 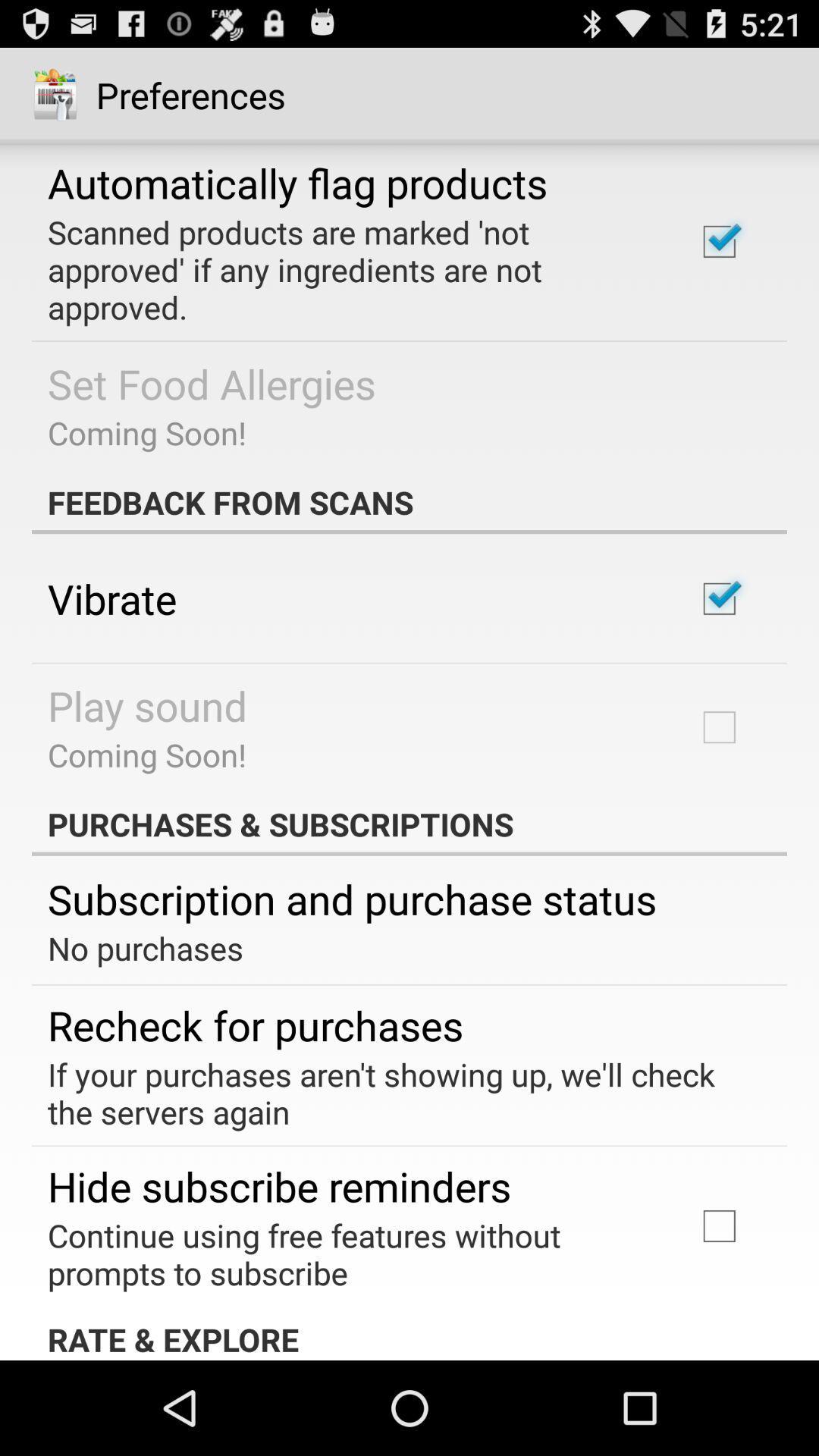 I want to click on the feedback from scans icon, so click(x=409, y=502).